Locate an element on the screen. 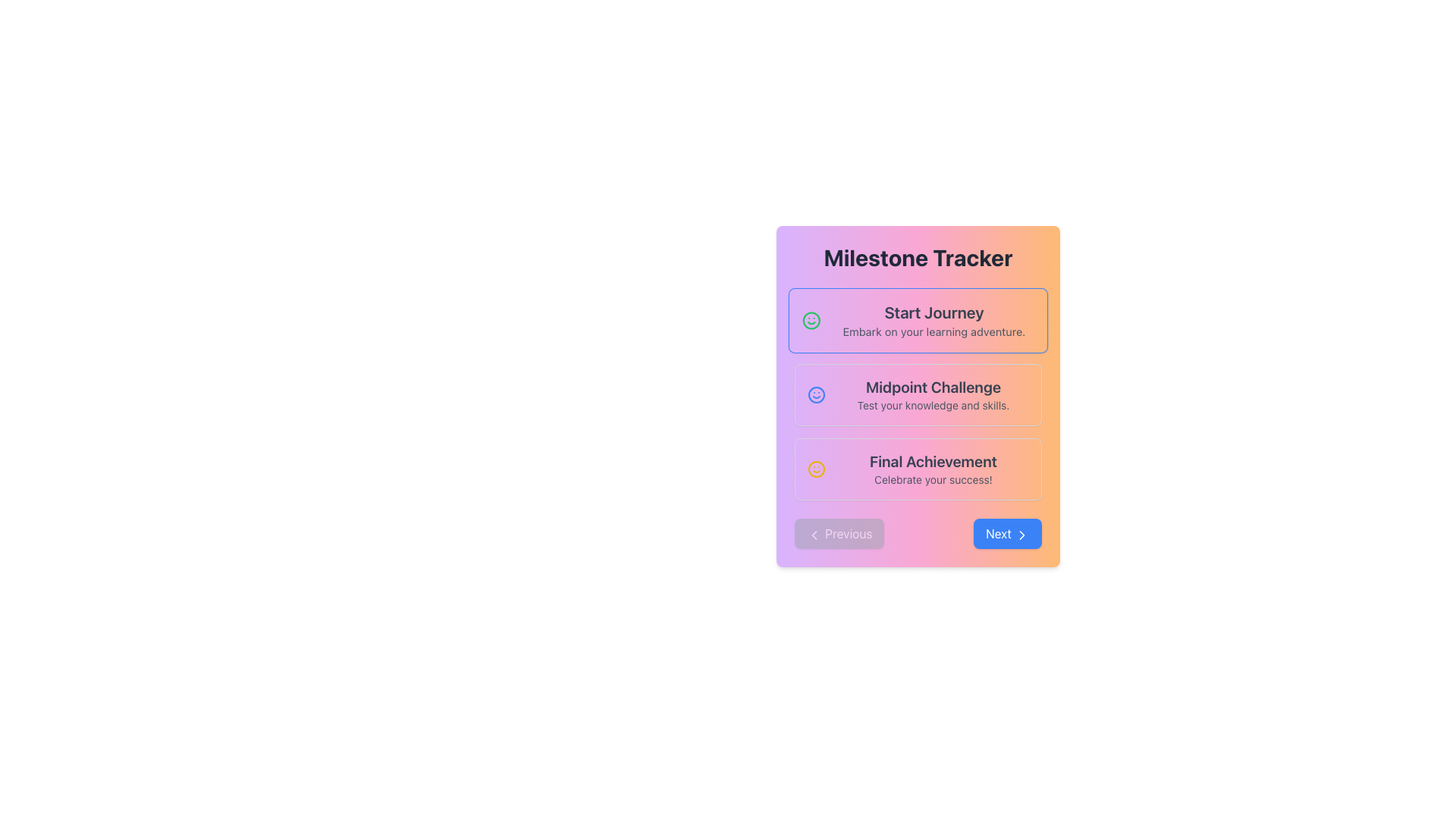 The height and width of the screenshot is (819, 1456). the 'Start Journey' card in the Milestone Tracker section, which is the first card in a vertical list of three cards, presenting the initial step of a milestone tracking process is located at coordinates (917, 320).